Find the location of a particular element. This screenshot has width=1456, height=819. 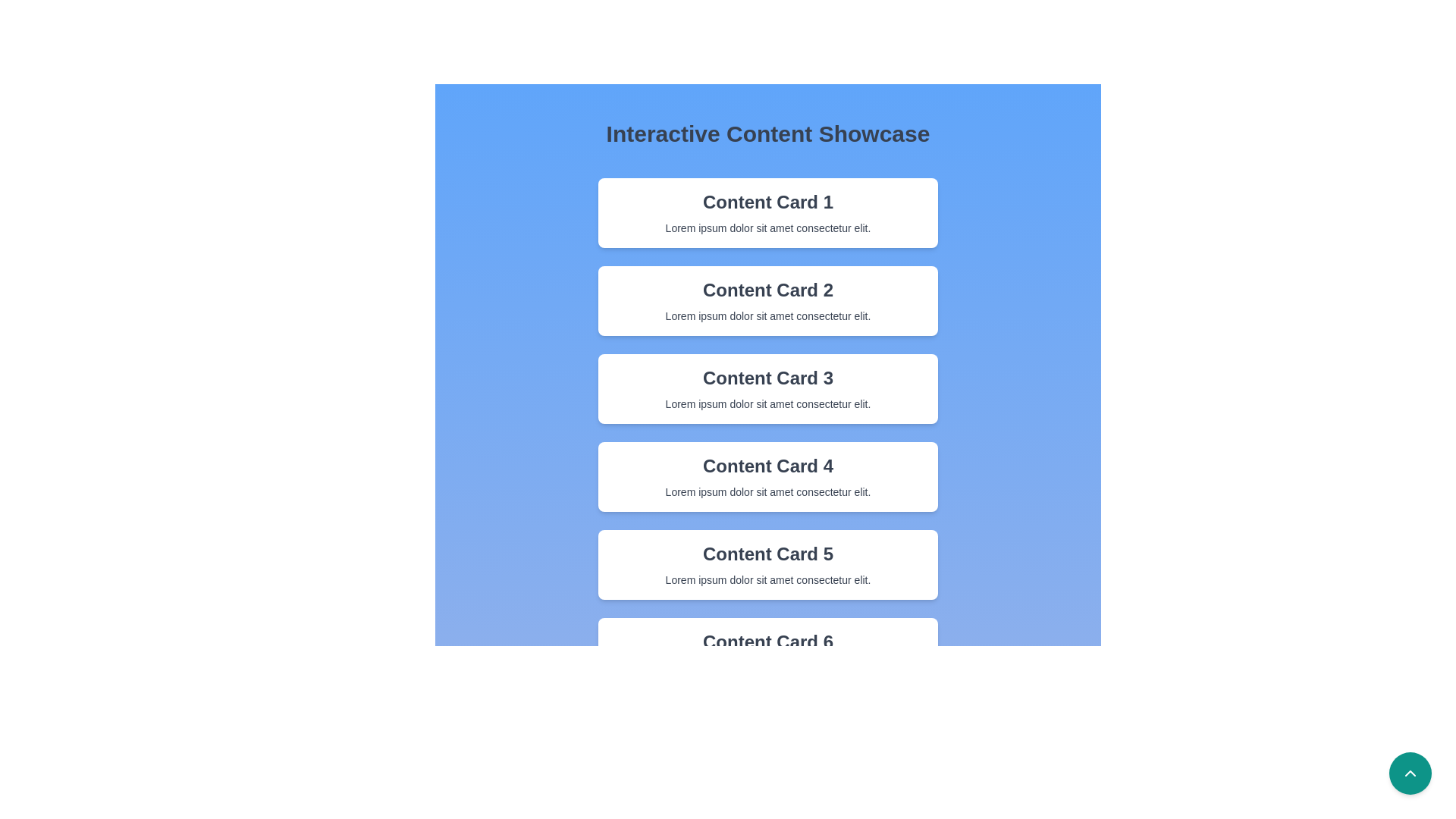

the text label that serves as the title for the bottom-most card in the vertically stacked list, ensuring accessibility is prioritized is located at coordinates (767, 642).